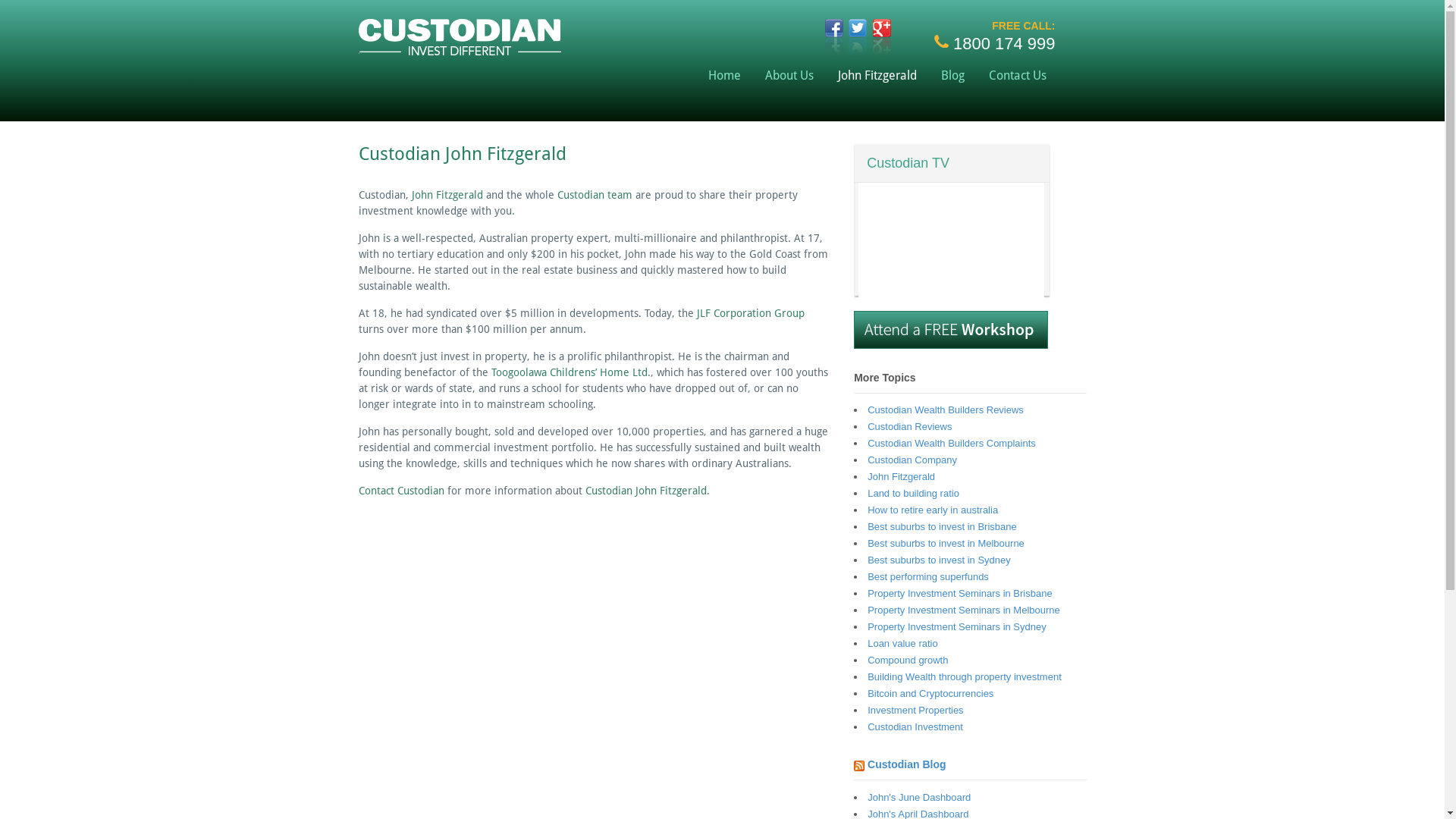 Image resolution: width=1456 pixels, height=819 pixels. What do you see at coordinates (945, 409) in the screenshot?
I see `'Custodian Wealth Builders Reviews'` at bounding box center [945, 409].